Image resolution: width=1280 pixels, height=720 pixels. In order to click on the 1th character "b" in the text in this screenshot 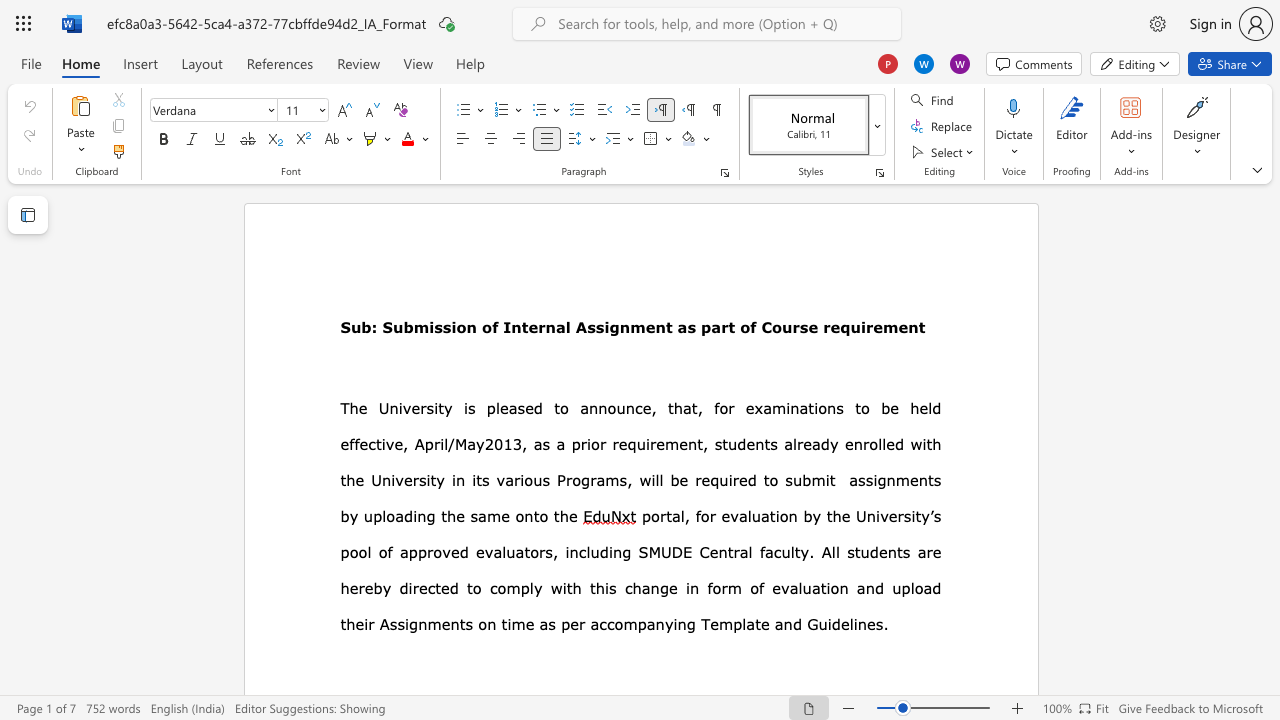, I will do `click(345, 515)`.